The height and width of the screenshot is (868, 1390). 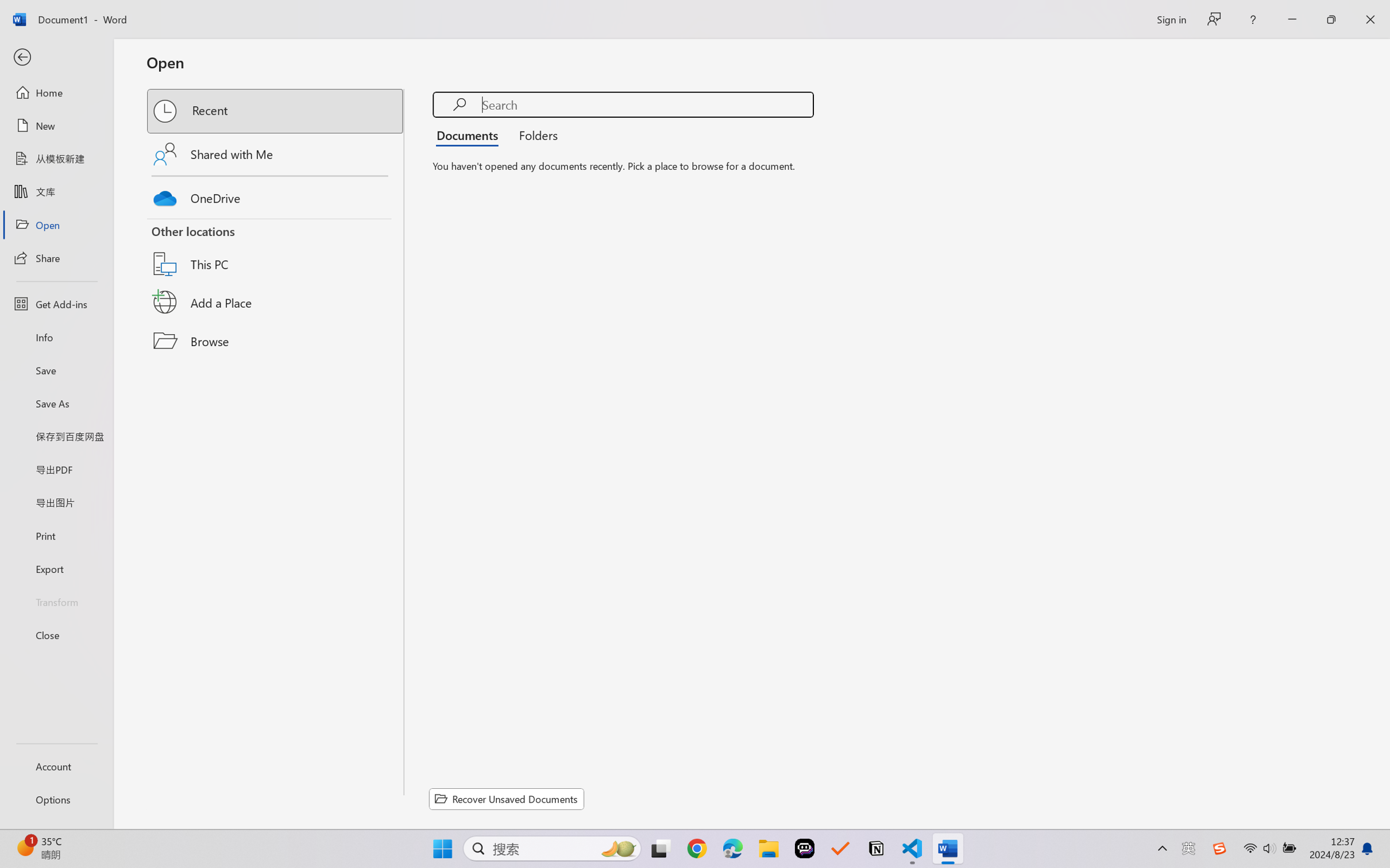 I want to click on 'OneDrive', so click(x=276, y=195).